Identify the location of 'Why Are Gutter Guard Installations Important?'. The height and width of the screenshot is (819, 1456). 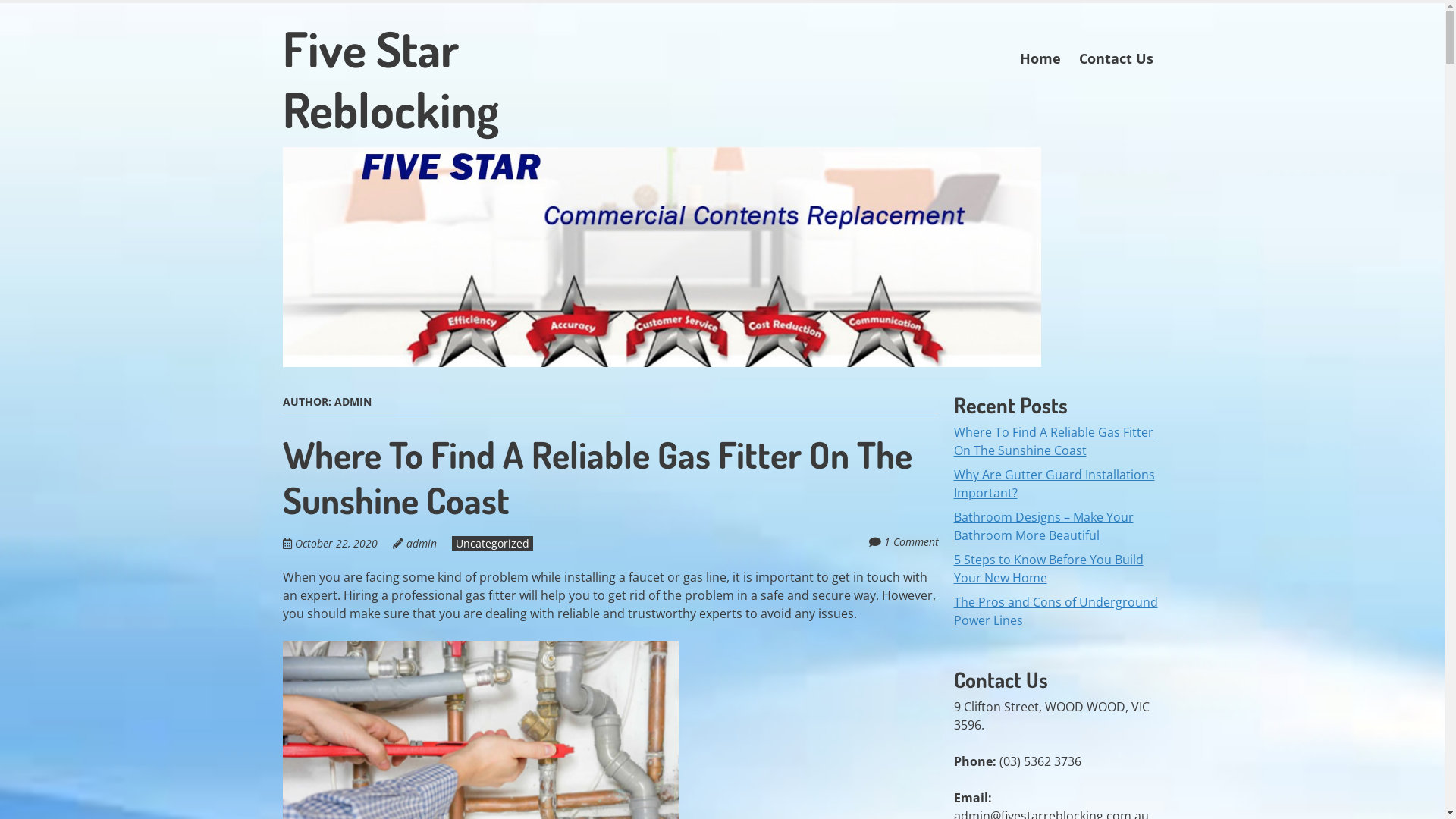
(1053, 483).